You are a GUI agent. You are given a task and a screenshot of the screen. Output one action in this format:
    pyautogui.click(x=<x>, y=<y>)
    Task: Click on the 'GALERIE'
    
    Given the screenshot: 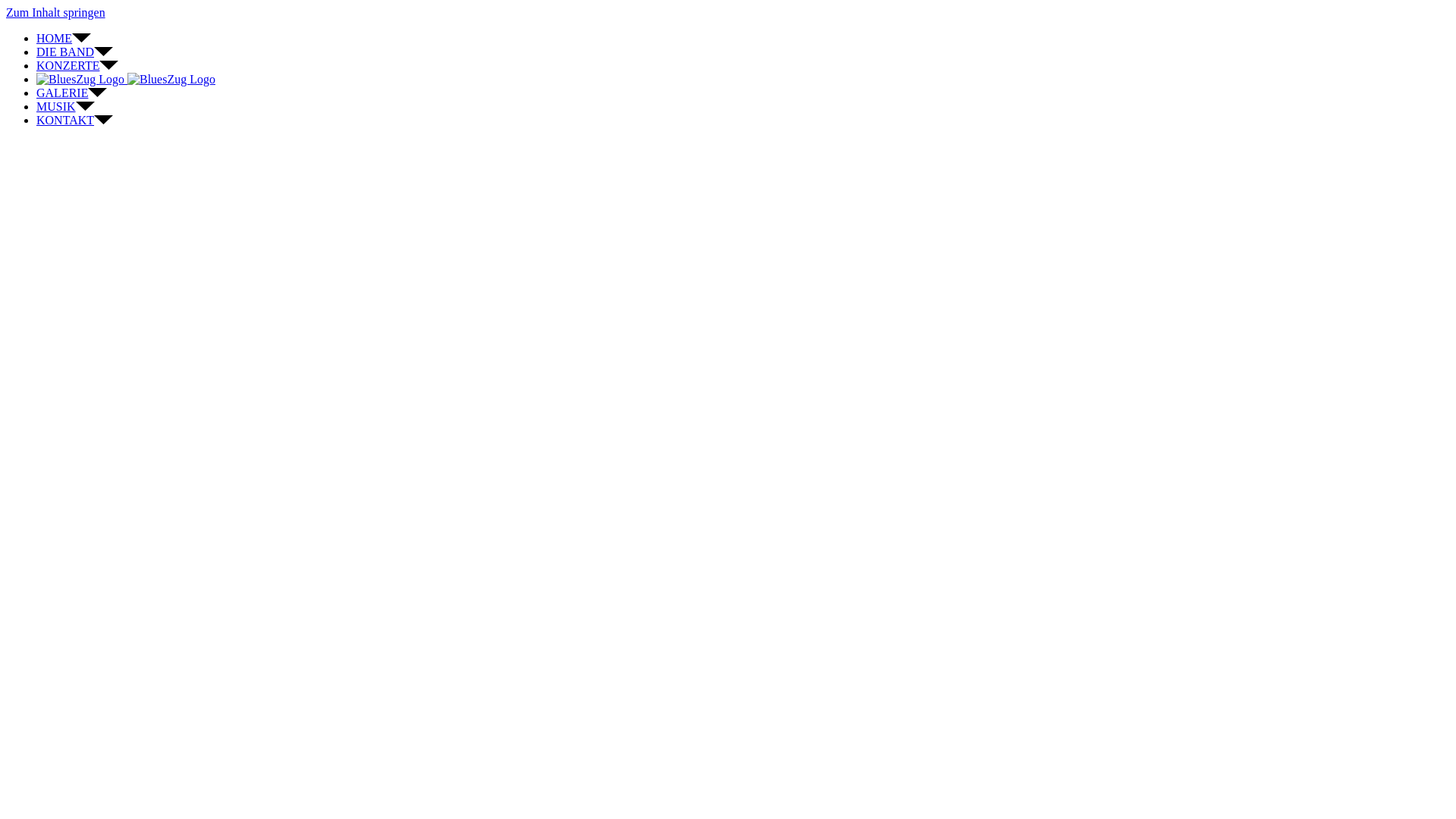 What is the action you would take?
    pyautogui.click(x=71, y=93)
    